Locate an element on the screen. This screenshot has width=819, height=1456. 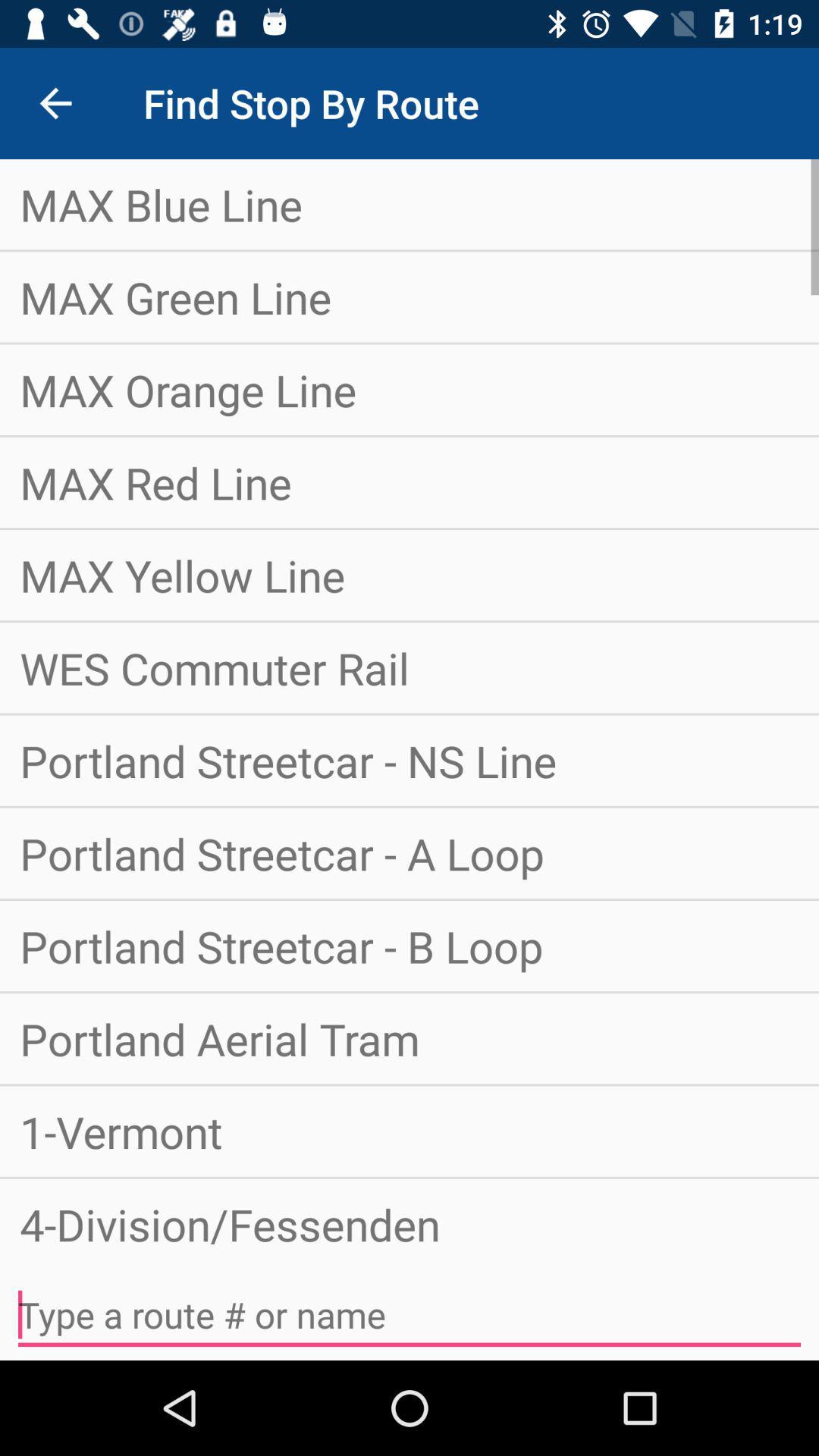
the icon next to the find stop by item is located at coordinates (55, 102).